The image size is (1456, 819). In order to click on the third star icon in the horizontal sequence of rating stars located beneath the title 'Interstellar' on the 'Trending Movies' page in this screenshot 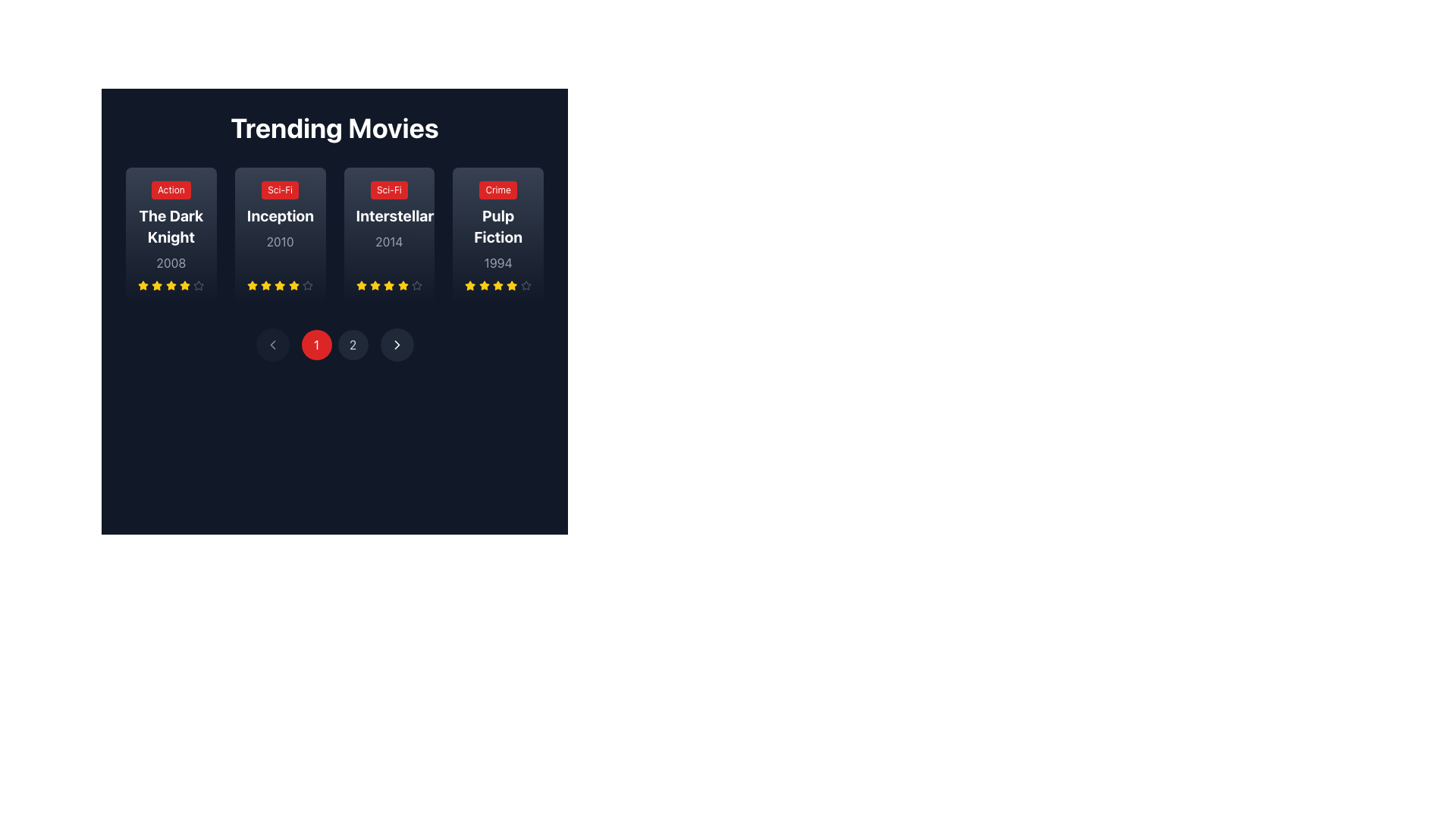, I will do `click(389, 285)`.